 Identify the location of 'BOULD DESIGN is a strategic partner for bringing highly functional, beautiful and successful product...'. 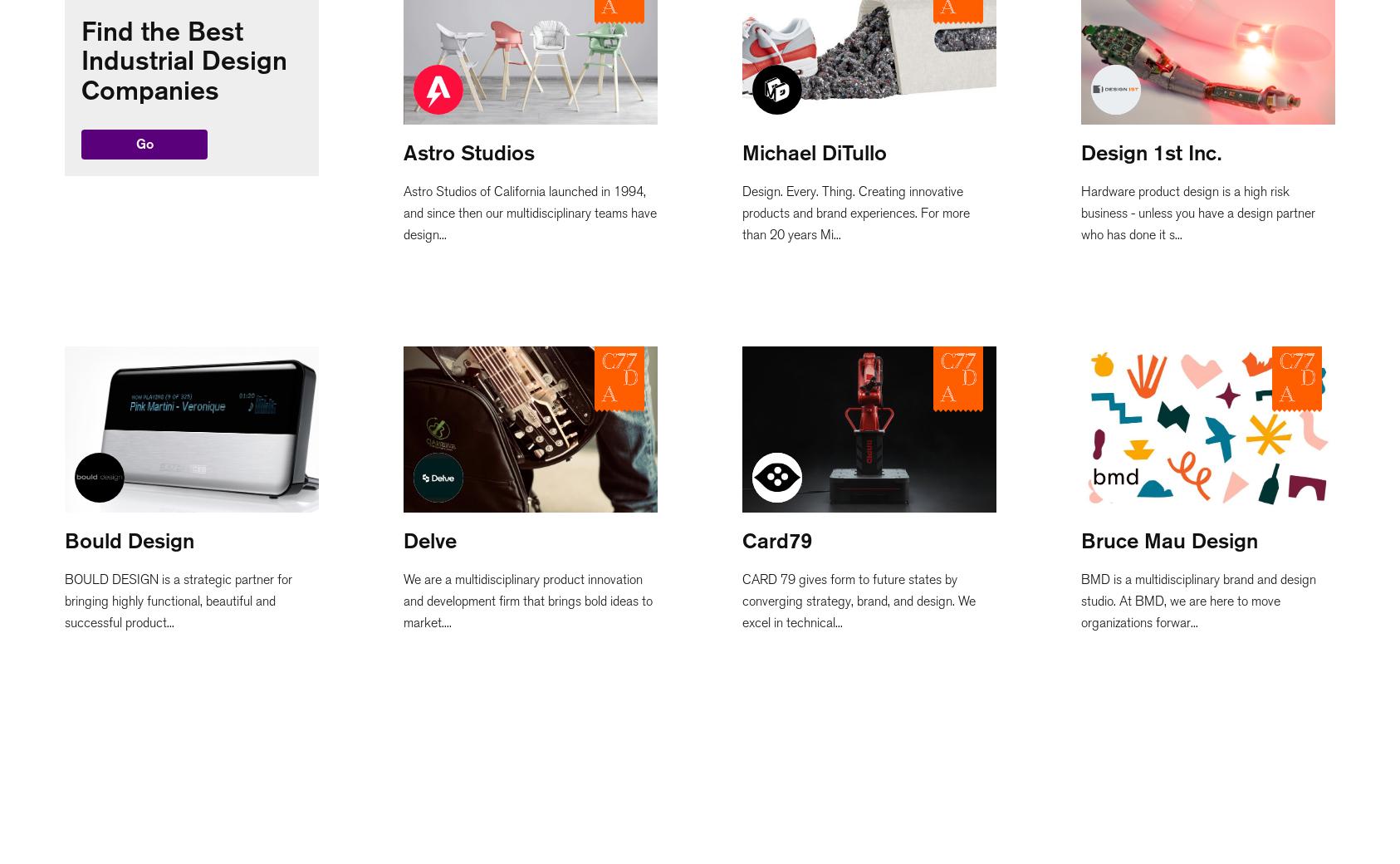
(178, 601).